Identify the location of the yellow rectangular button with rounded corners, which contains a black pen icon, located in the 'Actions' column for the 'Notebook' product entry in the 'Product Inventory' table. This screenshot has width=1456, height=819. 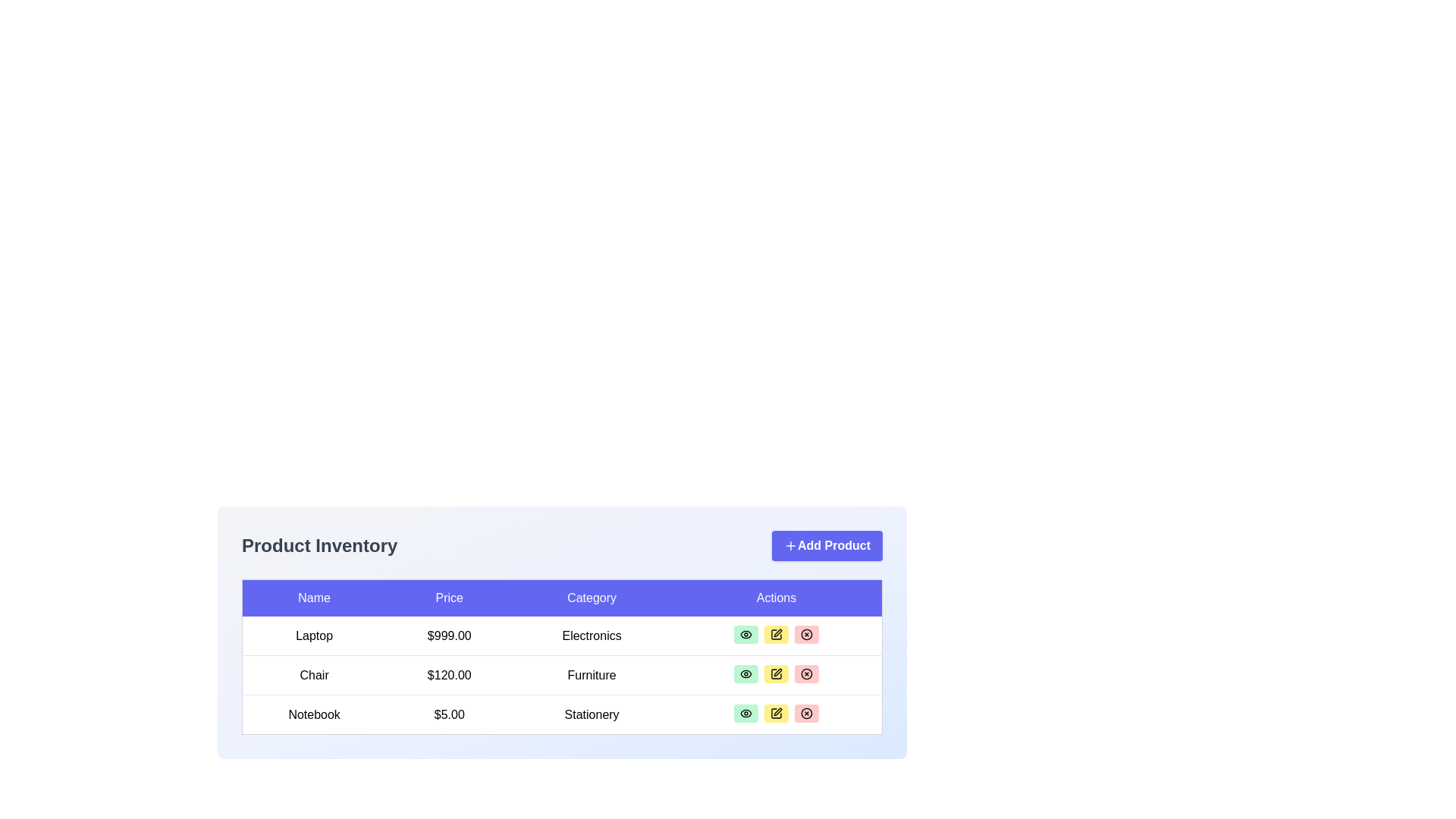
(776, 714).